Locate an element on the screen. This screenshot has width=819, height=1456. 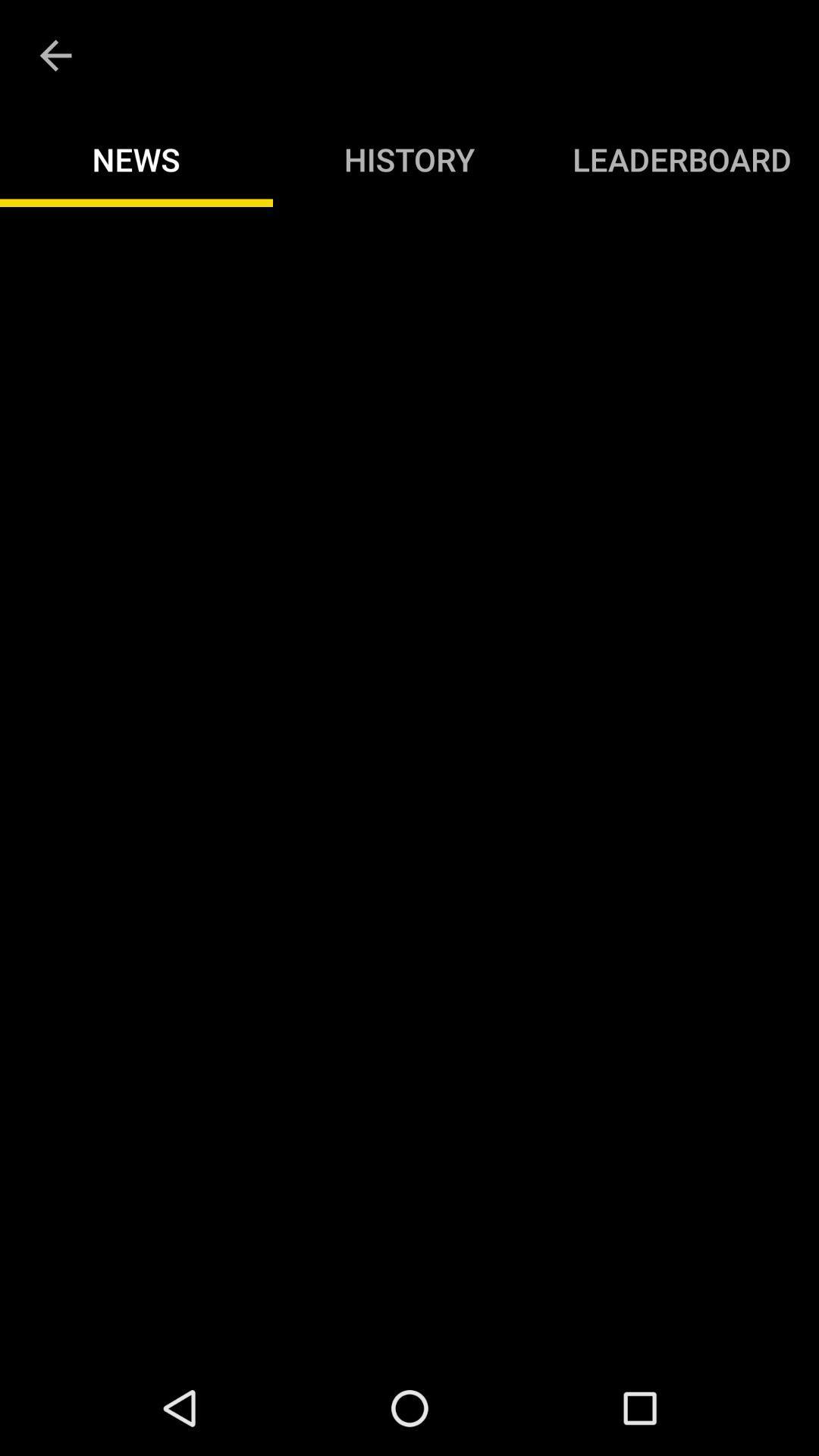
color page is located at coordinates (409, 783).